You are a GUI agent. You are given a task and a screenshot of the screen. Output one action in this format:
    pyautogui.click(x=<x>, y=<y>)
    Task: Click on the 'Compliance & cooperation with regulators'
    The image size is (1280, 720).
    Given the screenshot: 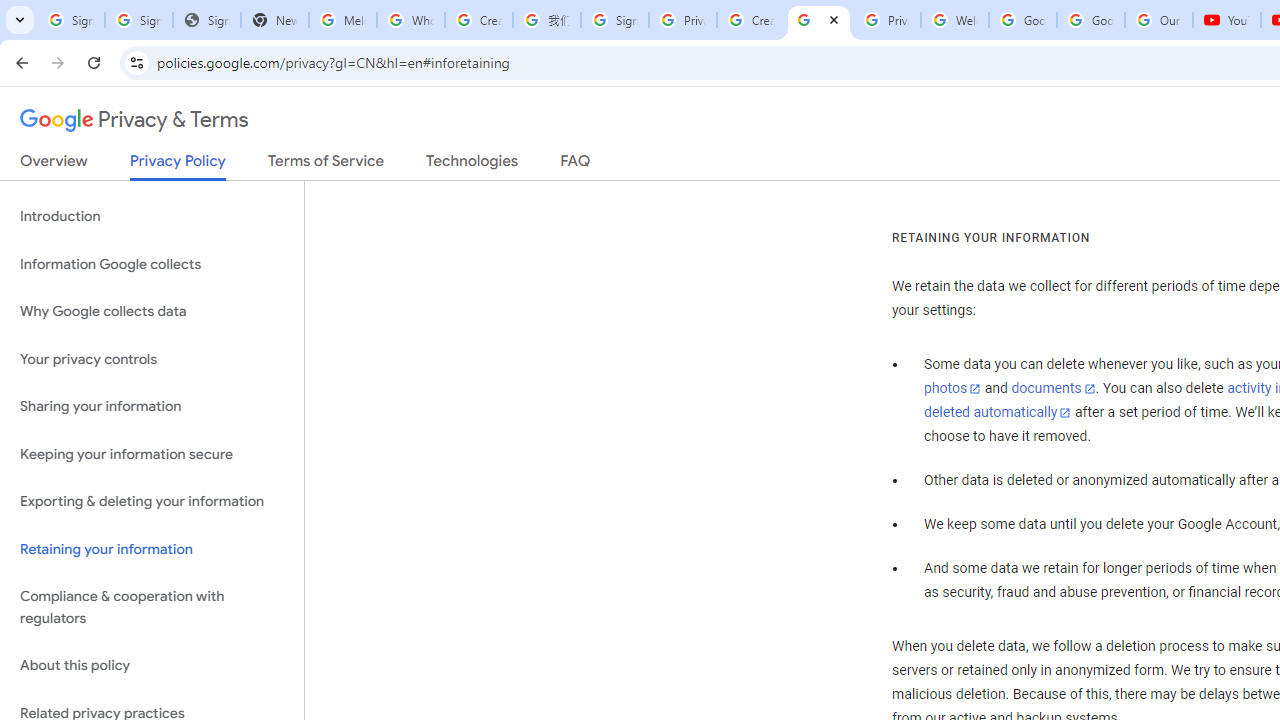 What is the action you would take?
    pyautogui.click(x=151, y=607)
    